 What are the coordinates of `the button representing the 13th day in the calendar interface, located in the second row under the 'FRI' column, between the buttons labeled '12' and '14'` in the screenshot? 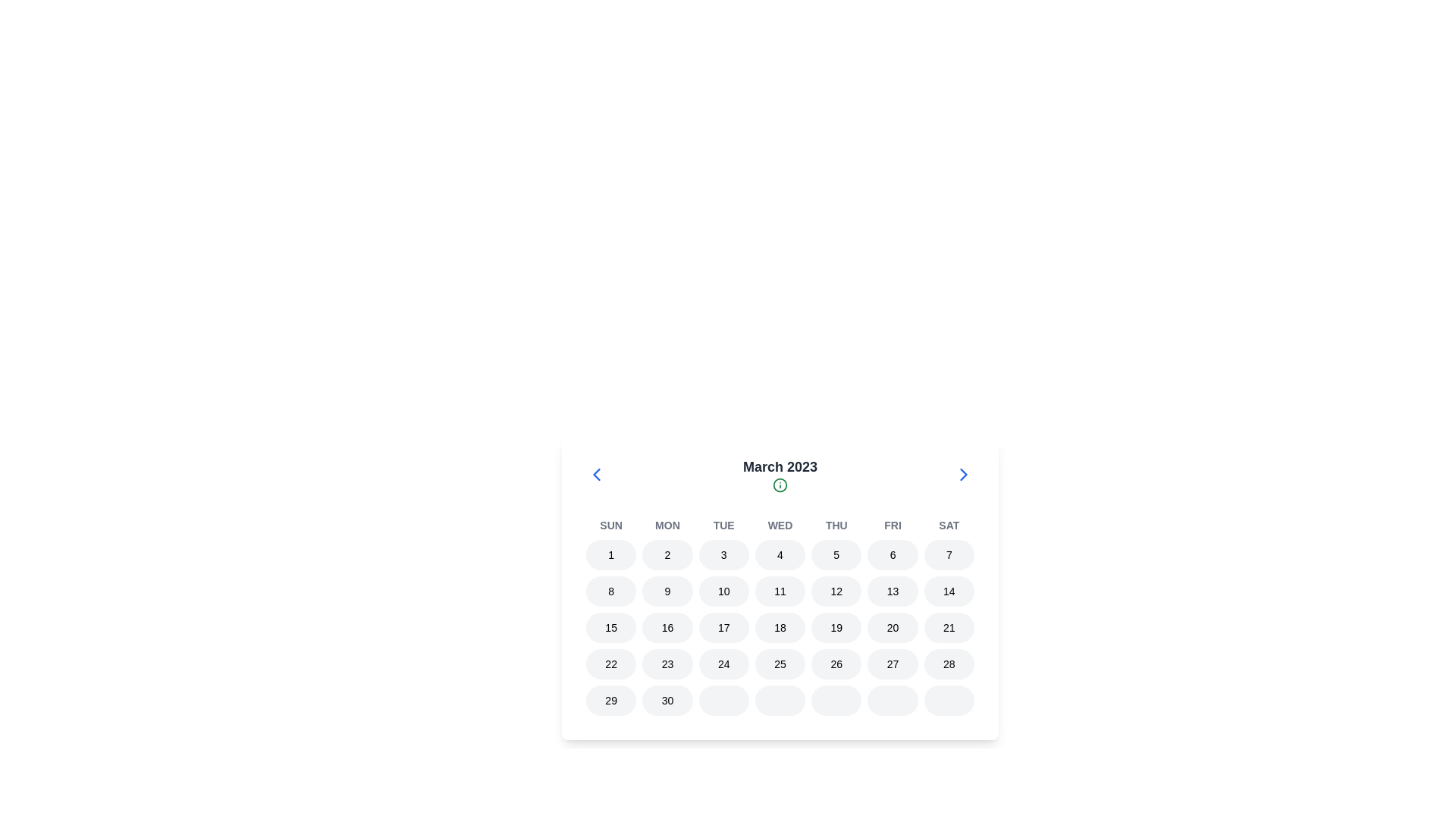 It's located at (893, 590).